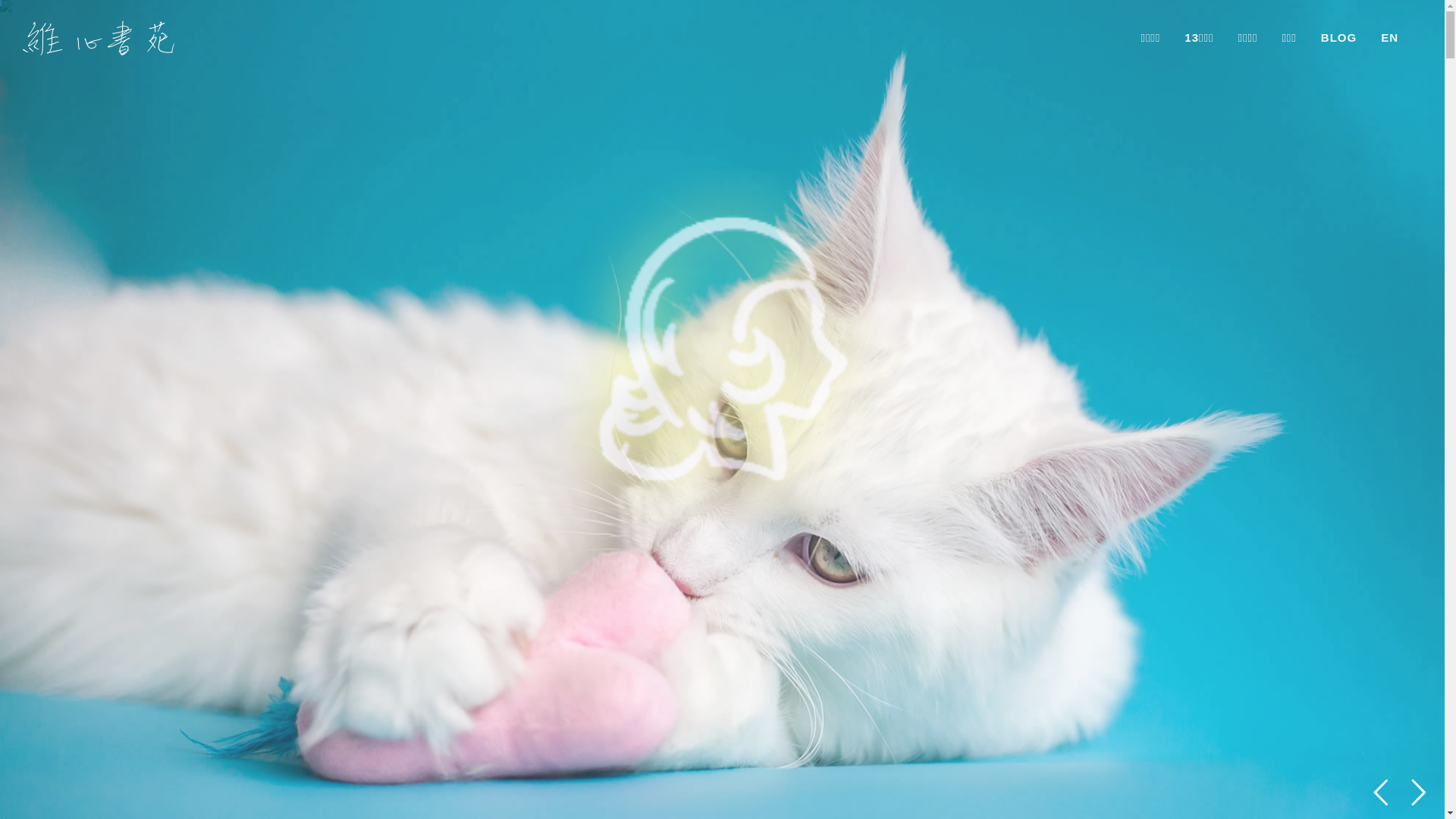 The height and width of the screenshot is (819, 1456). Describe the element at coordinates (1389, 37) in the screenshot. I see `'EN'` at that location.